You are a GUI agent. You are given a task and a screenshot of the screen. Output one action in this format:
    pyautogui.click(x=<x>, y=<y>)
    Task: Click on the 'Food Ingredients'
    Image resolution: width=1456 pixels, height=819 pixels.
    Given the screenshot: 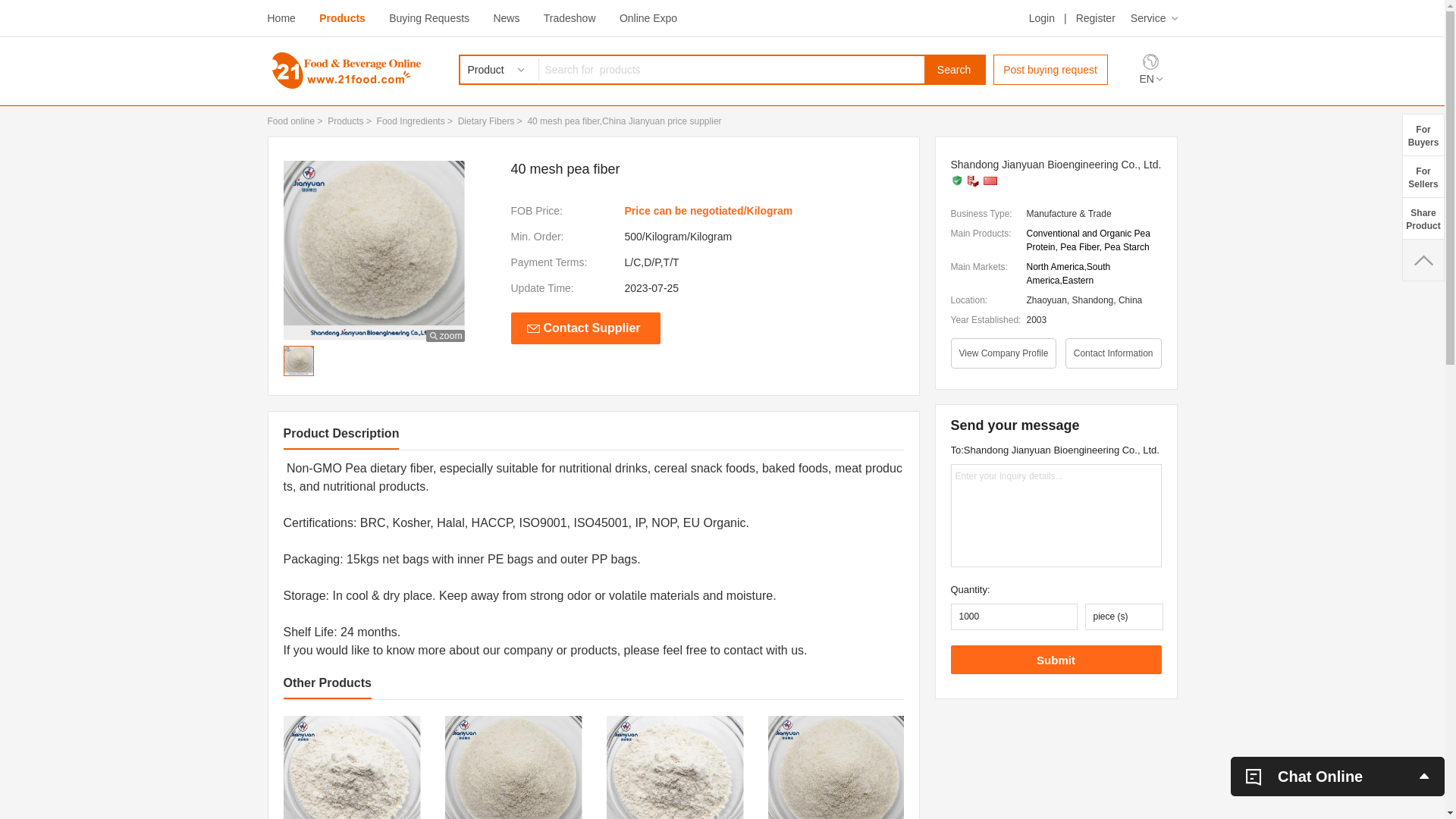 What is the action you would take?
    pyautogui.click(x=377, y=120)
    